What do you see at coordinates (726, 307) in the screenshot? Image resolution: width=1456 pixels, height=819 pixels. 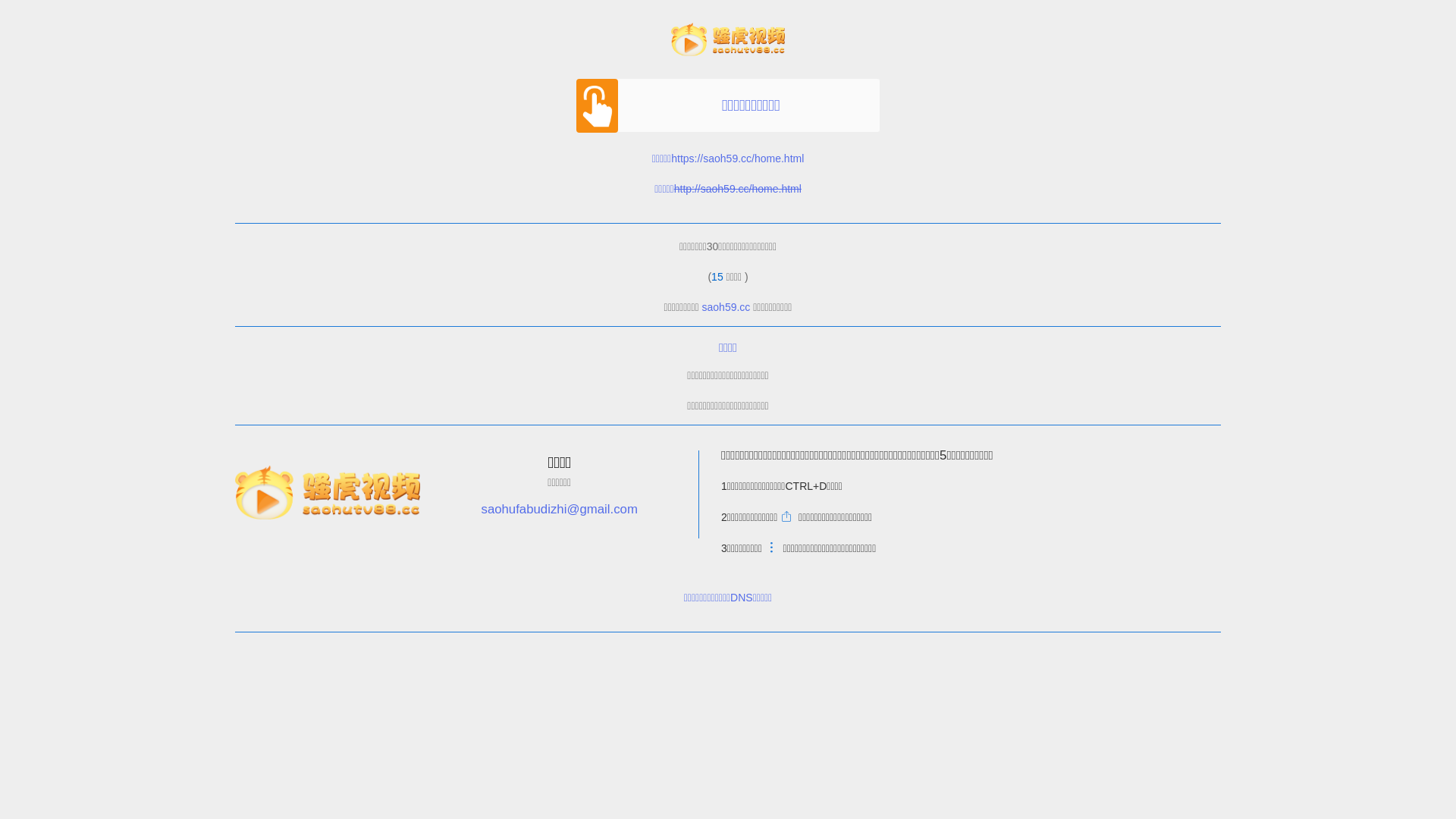 I see `'saoh59.cc'` at bounding box center [726, 307].